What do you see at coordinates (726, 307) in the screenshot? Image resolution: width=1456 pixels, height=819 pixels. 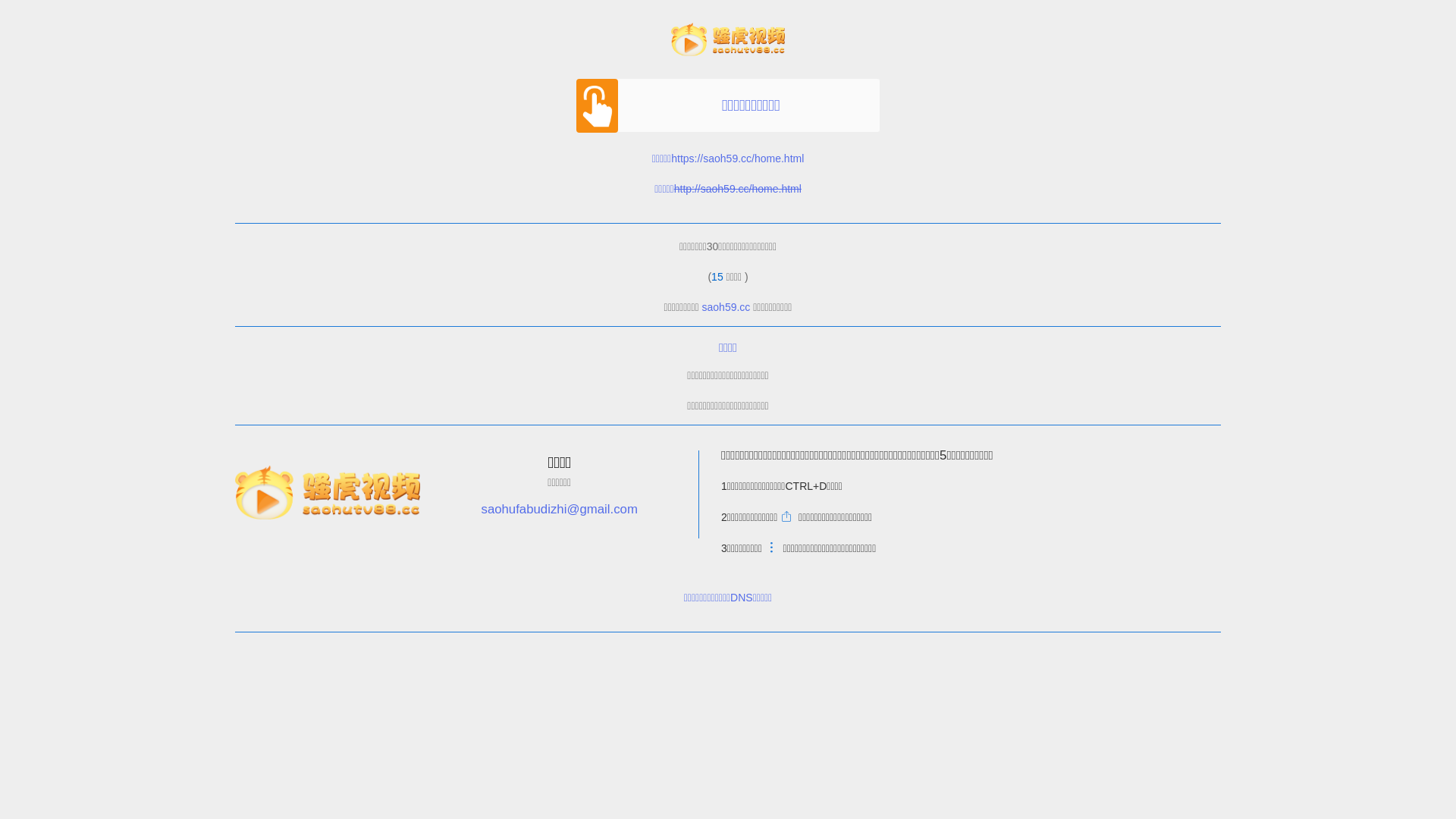 I see `'saoh59.cc'` at bounding box center [726, 307].